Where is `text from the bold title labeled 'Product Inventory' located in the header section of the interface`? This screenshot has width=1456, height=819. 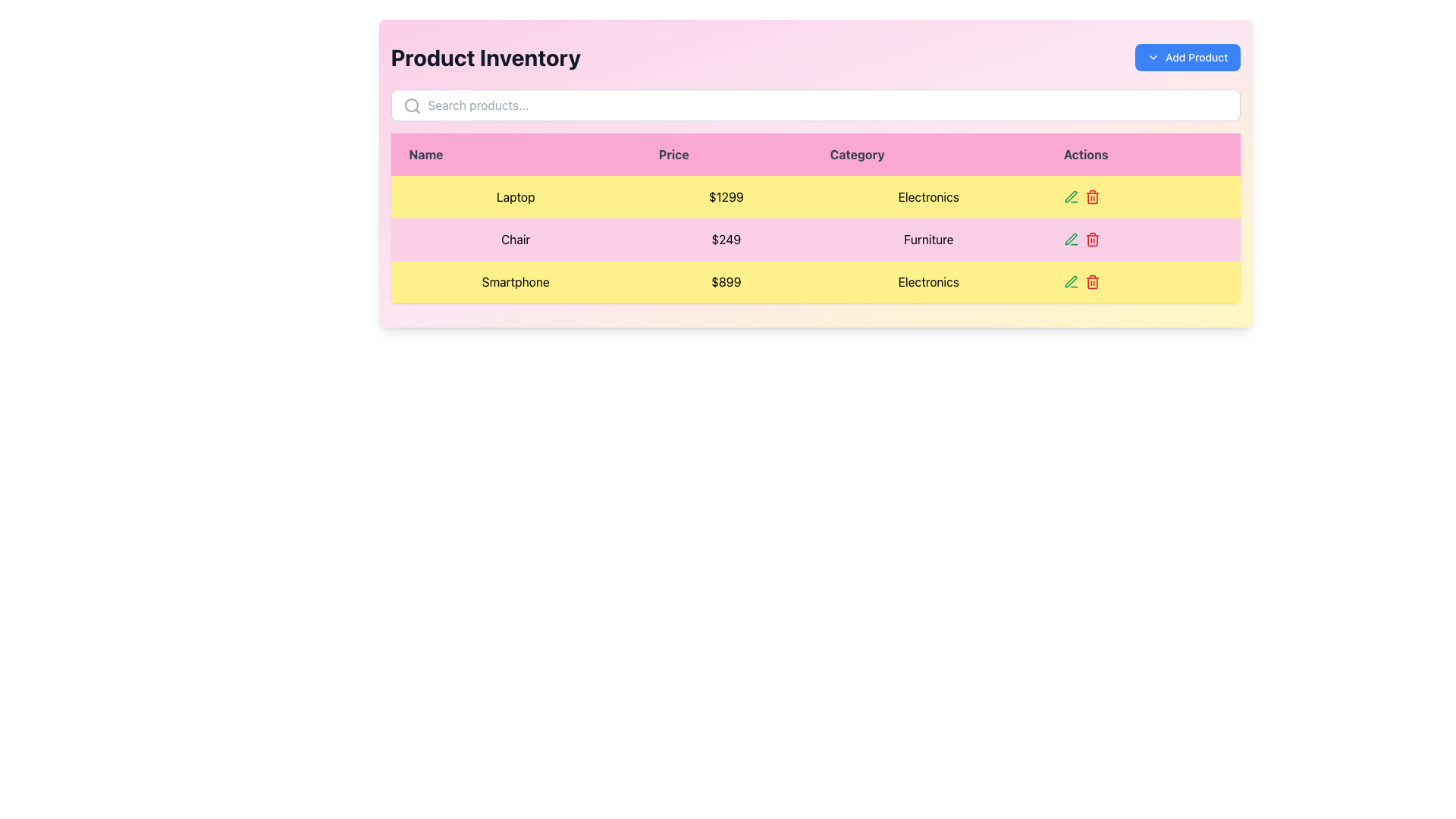
text from the bold title labeled 'Product Inventory' located in the header section of the interface is located at coordinates (485, 57).